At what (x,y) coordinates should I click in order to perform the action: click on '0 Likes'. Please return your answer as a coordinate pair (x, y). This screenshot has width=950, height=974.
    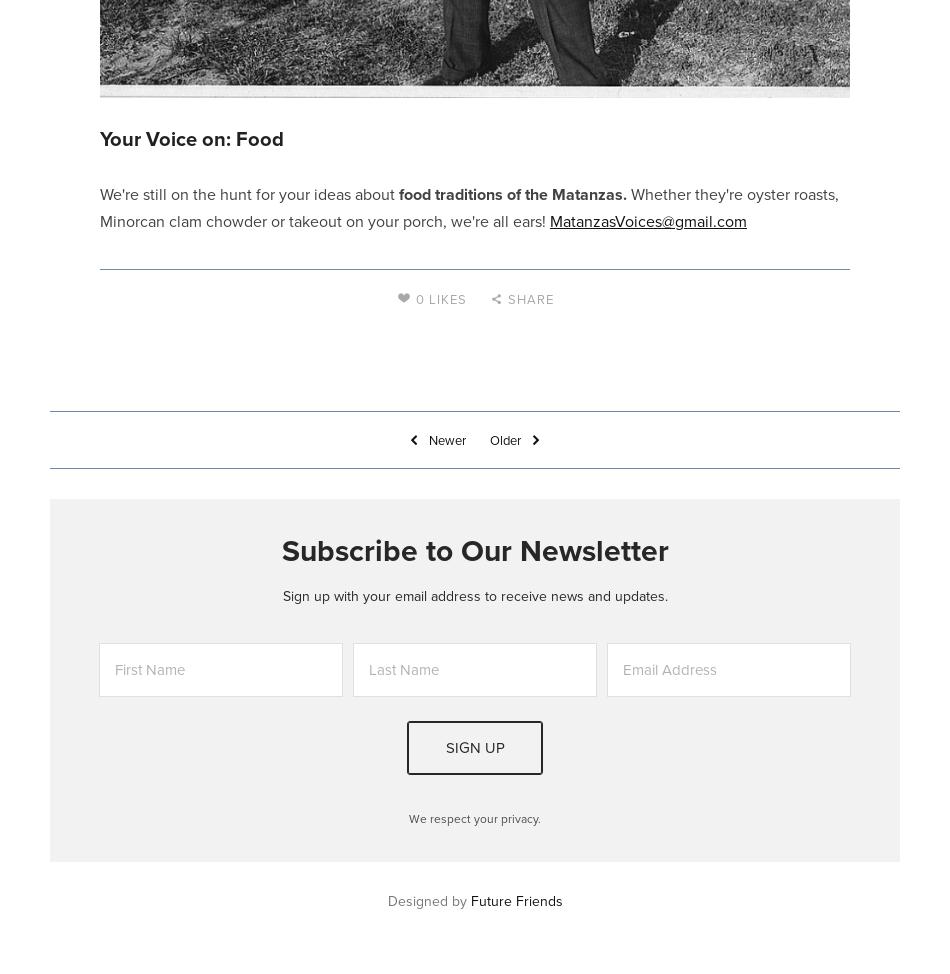
    Looking at the image, I should click on (440, 297).